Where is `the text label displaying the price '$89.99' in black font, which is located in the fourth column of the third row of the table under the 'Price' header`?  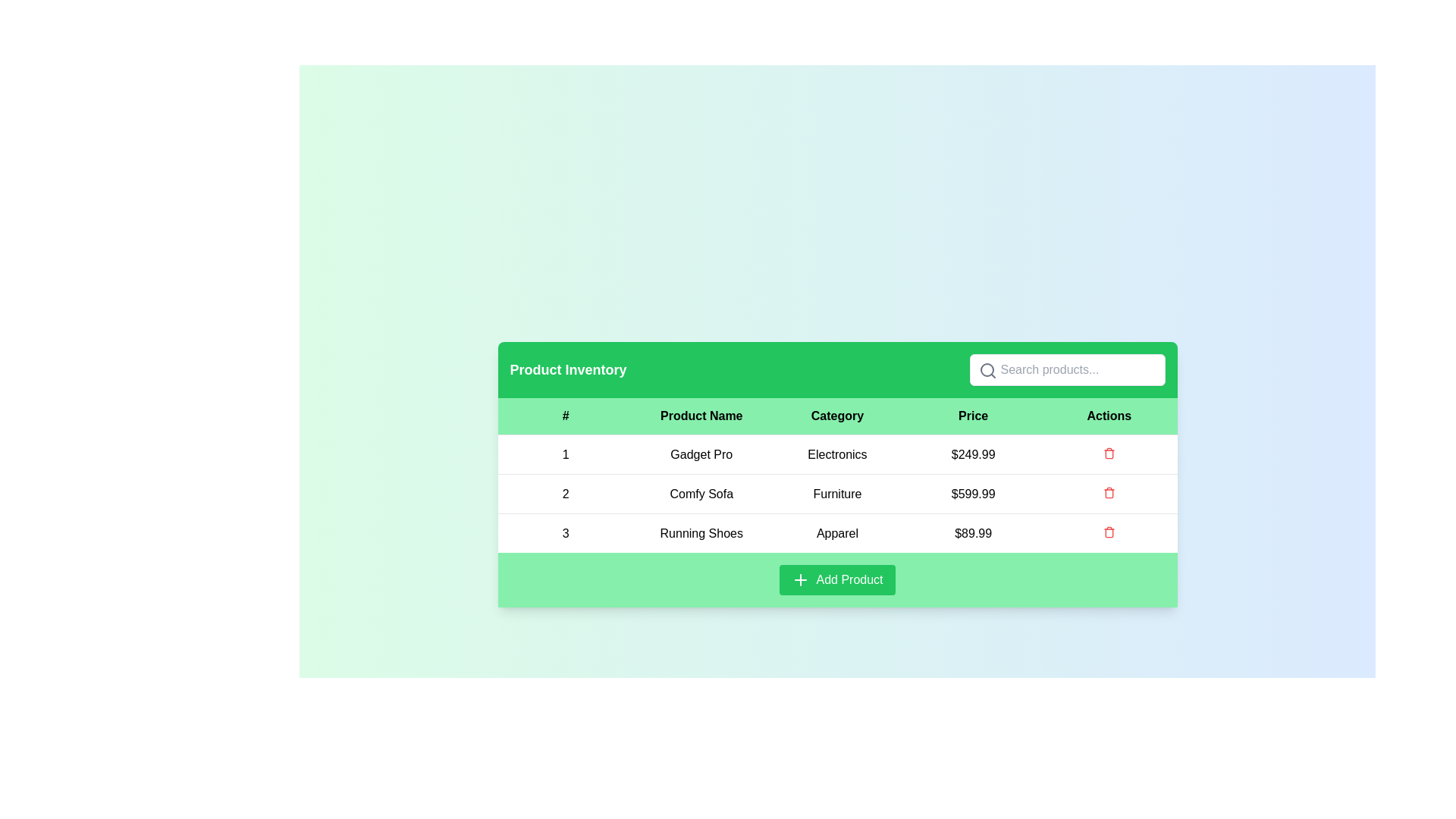
the text label displaying the price '$89.99' in black font, which is located in the fourth column of the third row of the table under the 'Price' header is located at coordinates (973, 532).